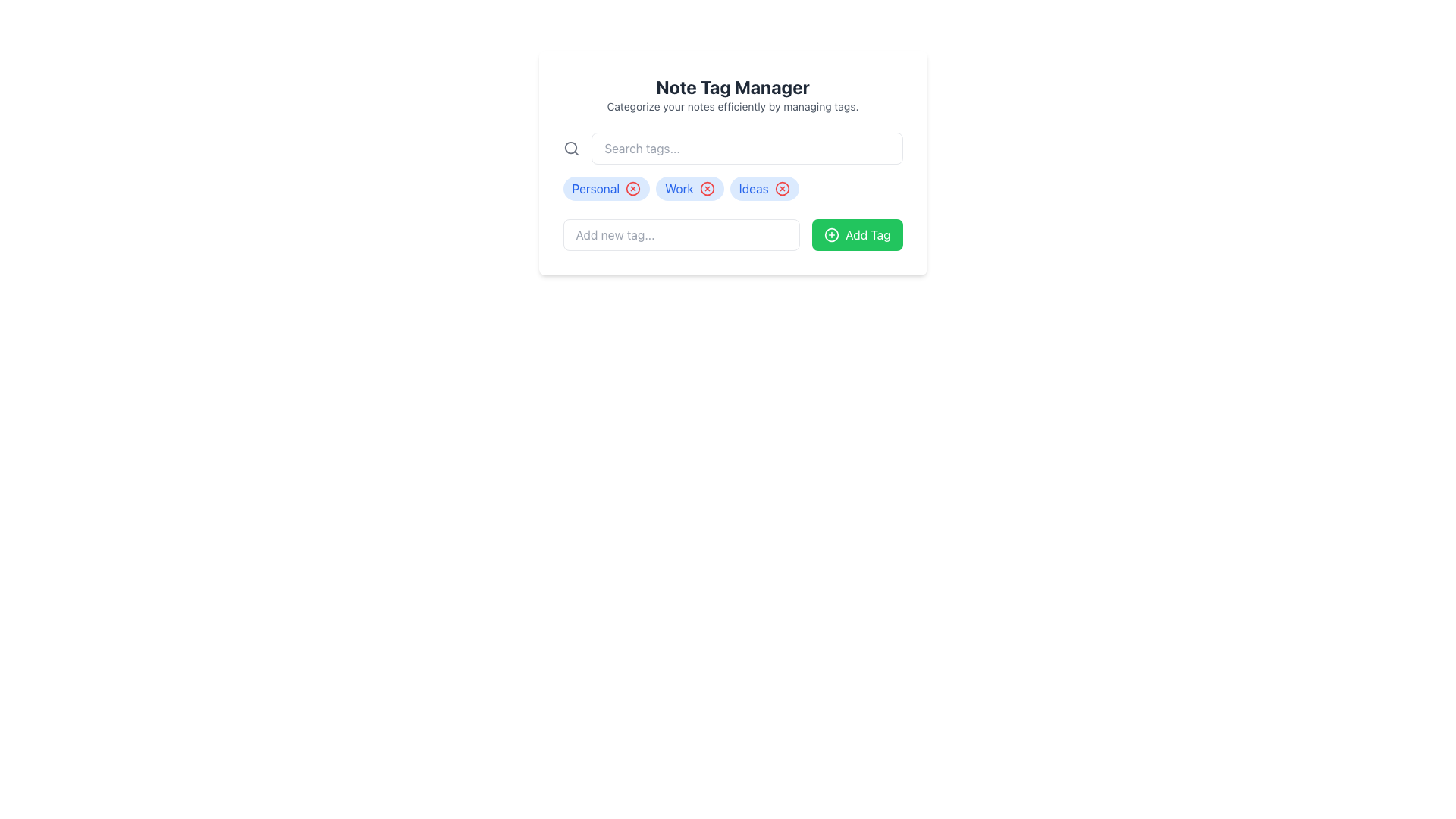 This screenshot has height=819, width=1456. What do you see at coordinates (733, 87) in the screenshot?
I see `the header title 'Note Tag Manager' which indicates the feature of the tag management interface` at bounding box center [733, 87].